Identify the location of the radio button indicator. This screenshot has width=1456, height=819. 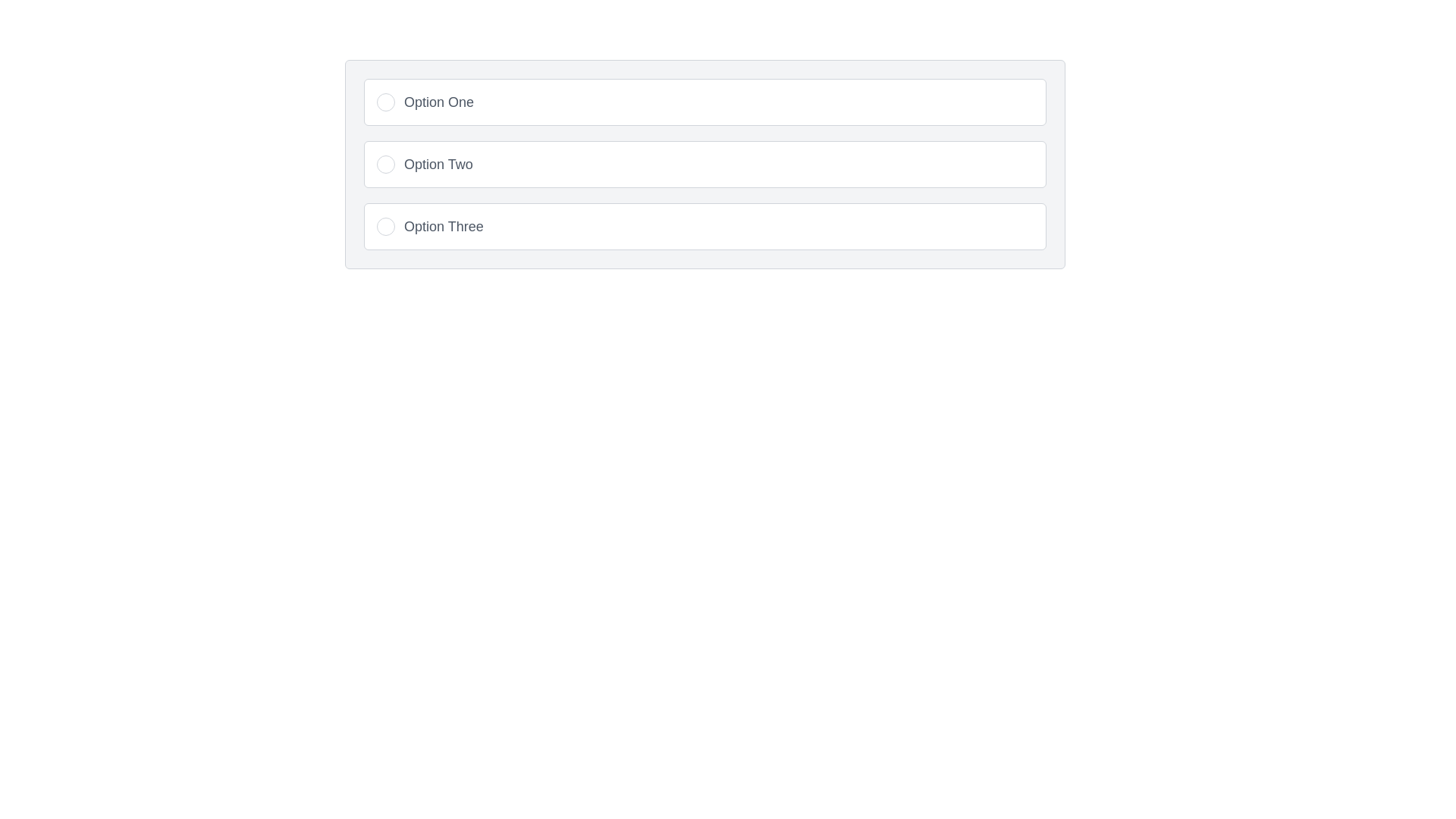
(385, 227).